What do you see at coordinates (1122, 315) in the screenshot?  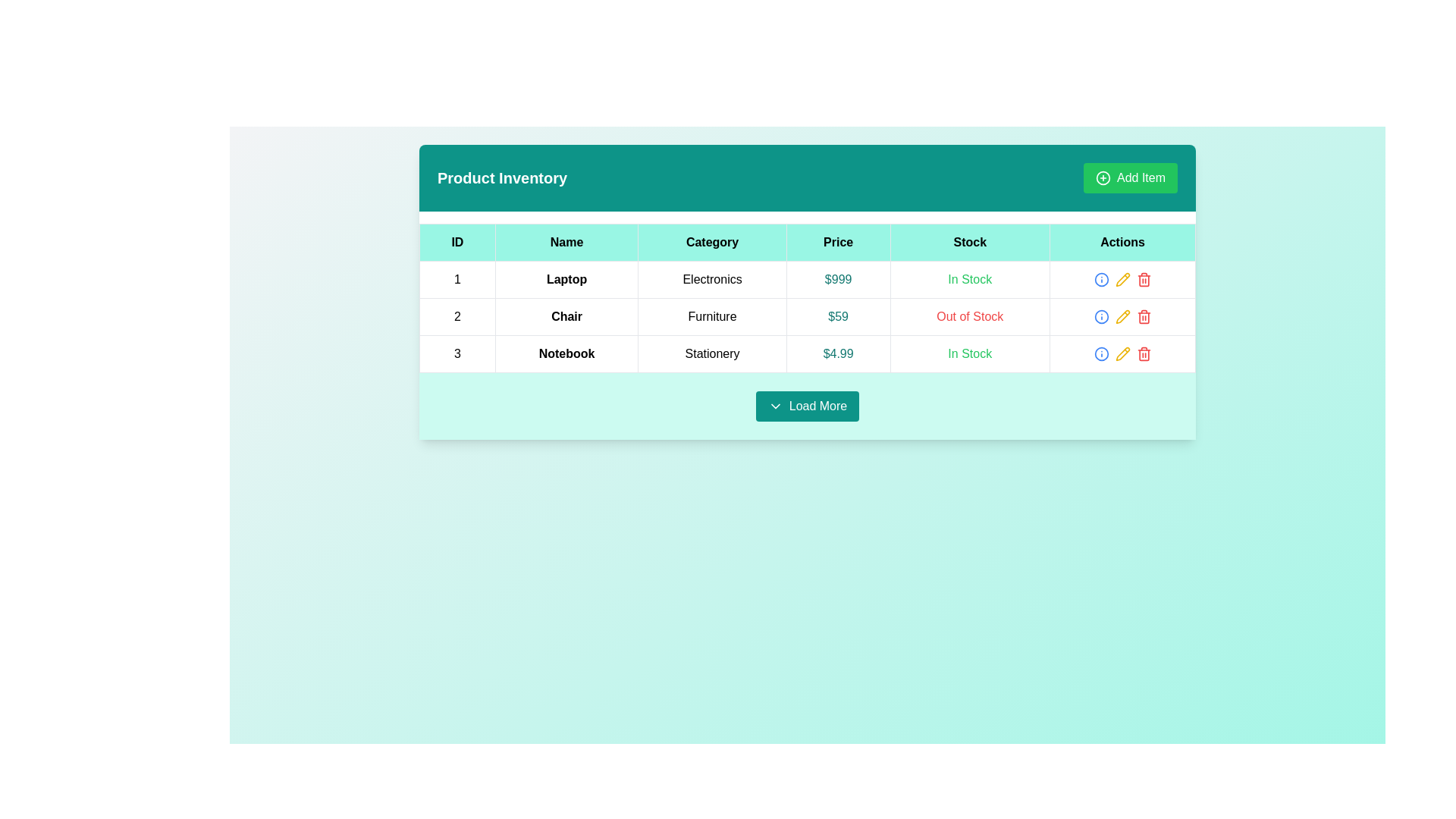 I see `the first yellow pencil icon located in the 'Actions' column of the second row for the 'Chair' item to initiate editing` at bounding box center [1122, 315].